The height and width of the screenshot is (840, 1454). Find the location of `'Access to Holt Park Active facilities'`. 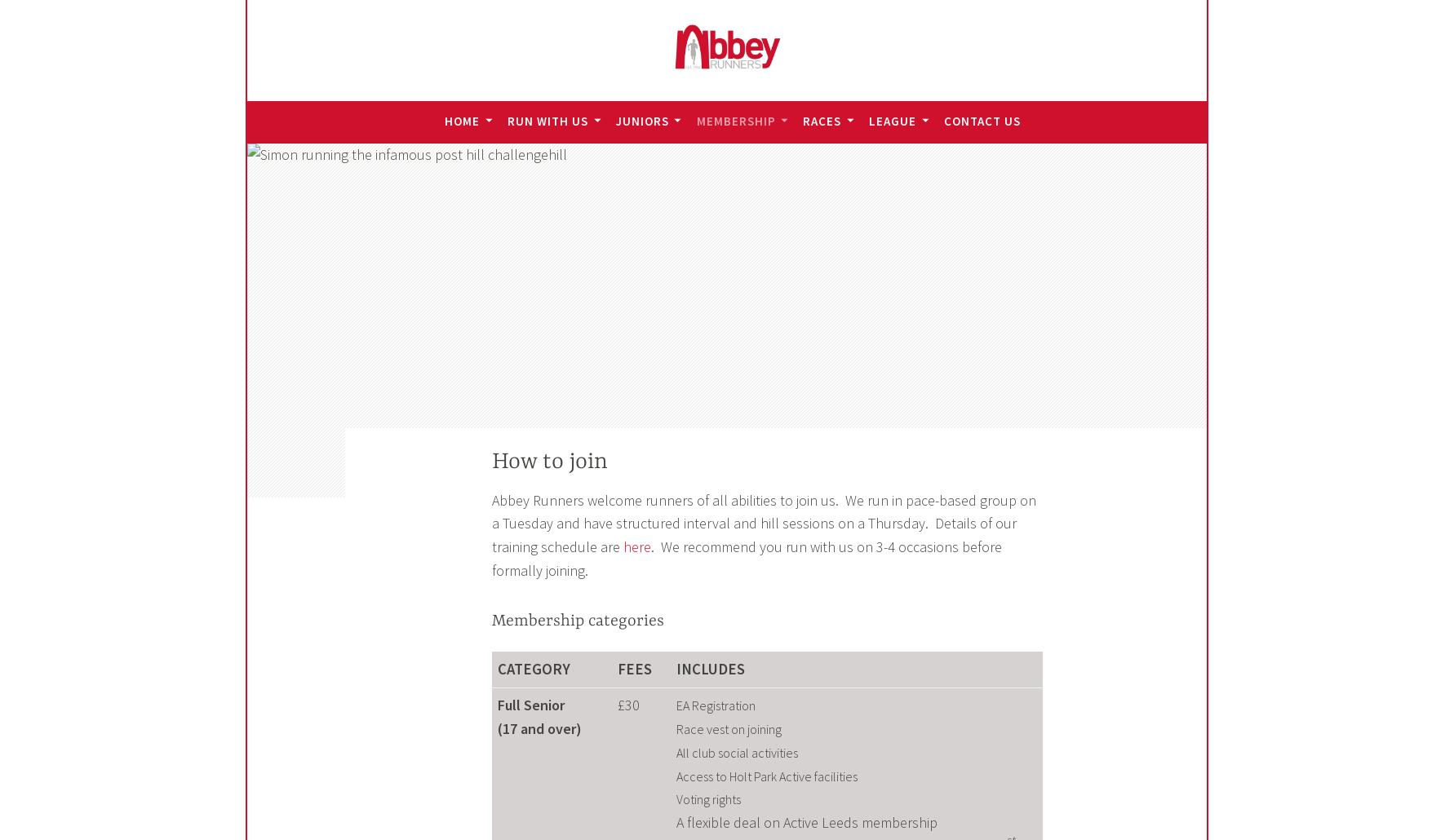

'Access to Holt Park Active facilities' is located at coordinates (765, 774).